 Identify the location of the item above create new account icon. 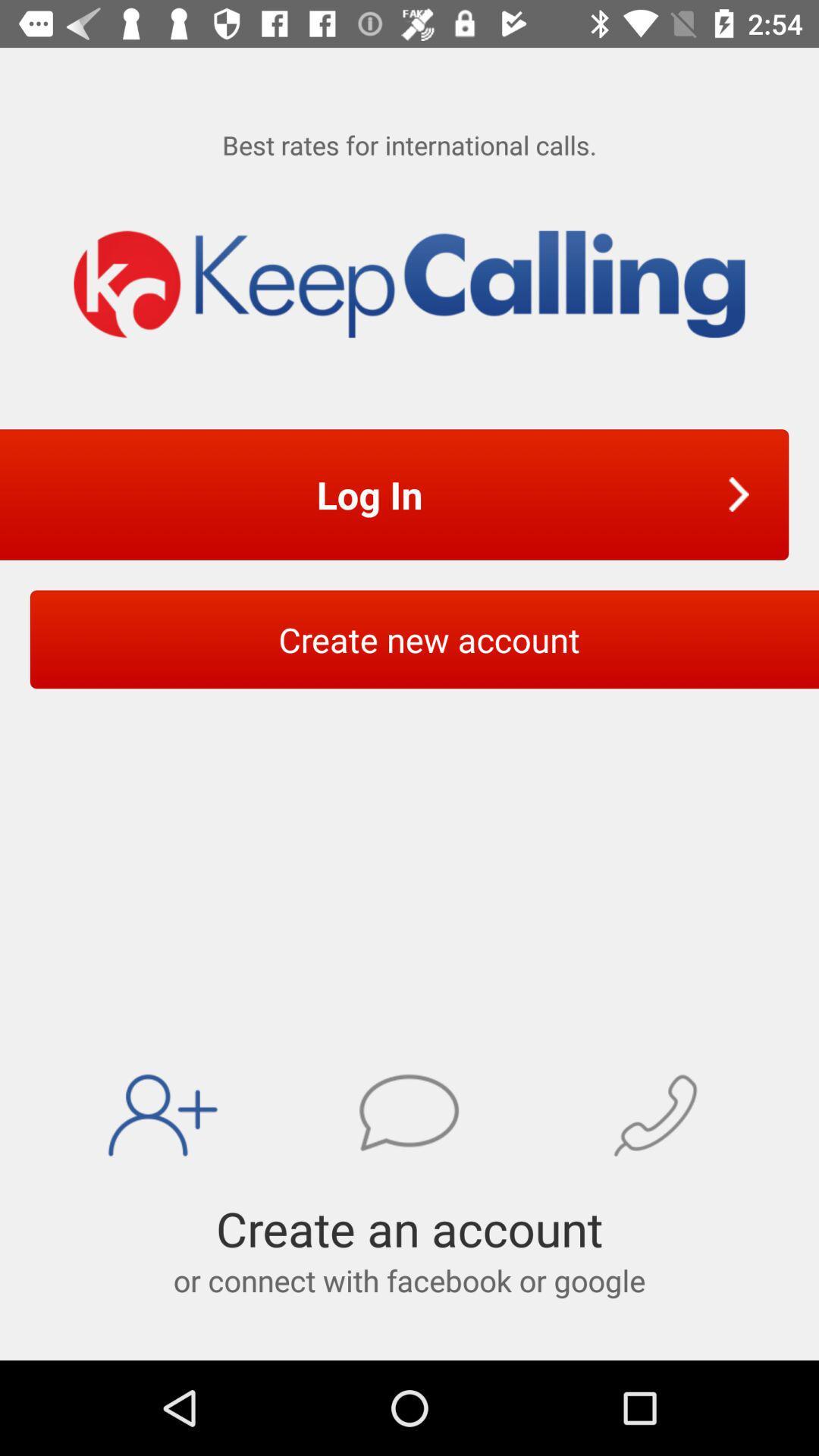
(374, 494).